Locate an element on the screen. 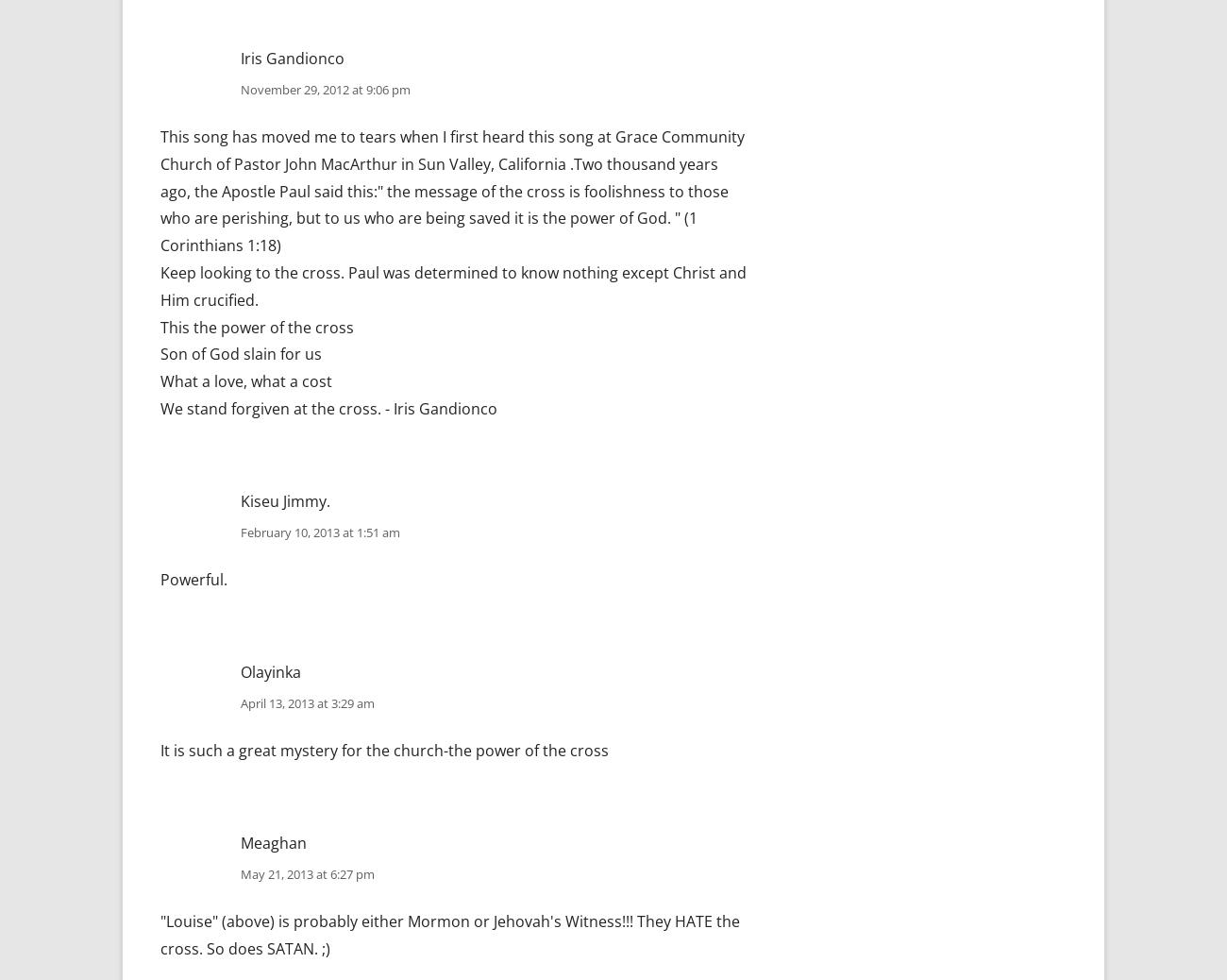 The width and height of the screenshot is (1227, 980). 'We stand forgiven at the cross. - Iris Gandionco' is located at coordinates (328, 408).